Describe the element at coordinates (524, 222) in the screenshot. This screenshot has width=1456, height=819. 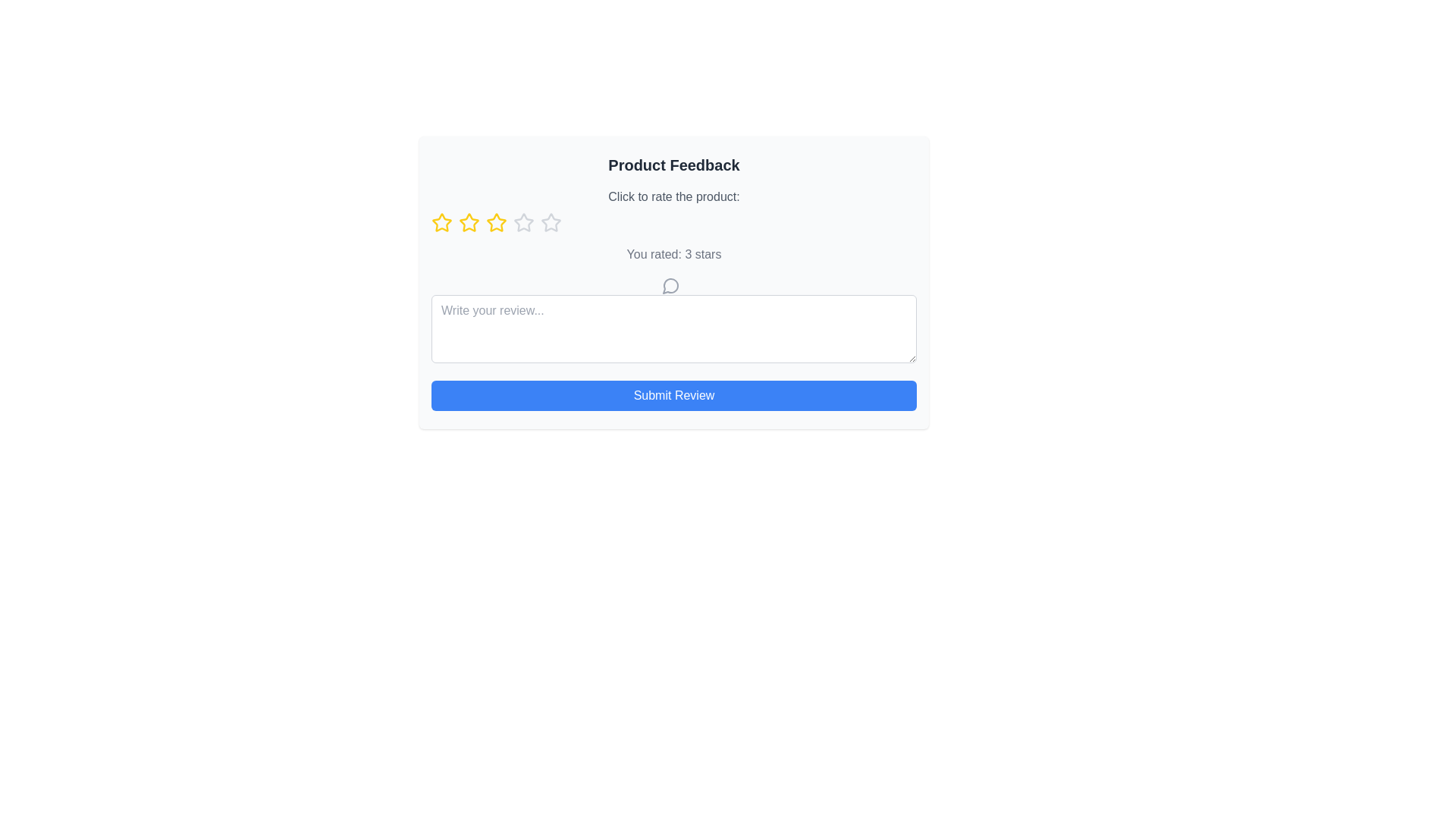
I see `the fourth star icon in the rating interface` at that location.